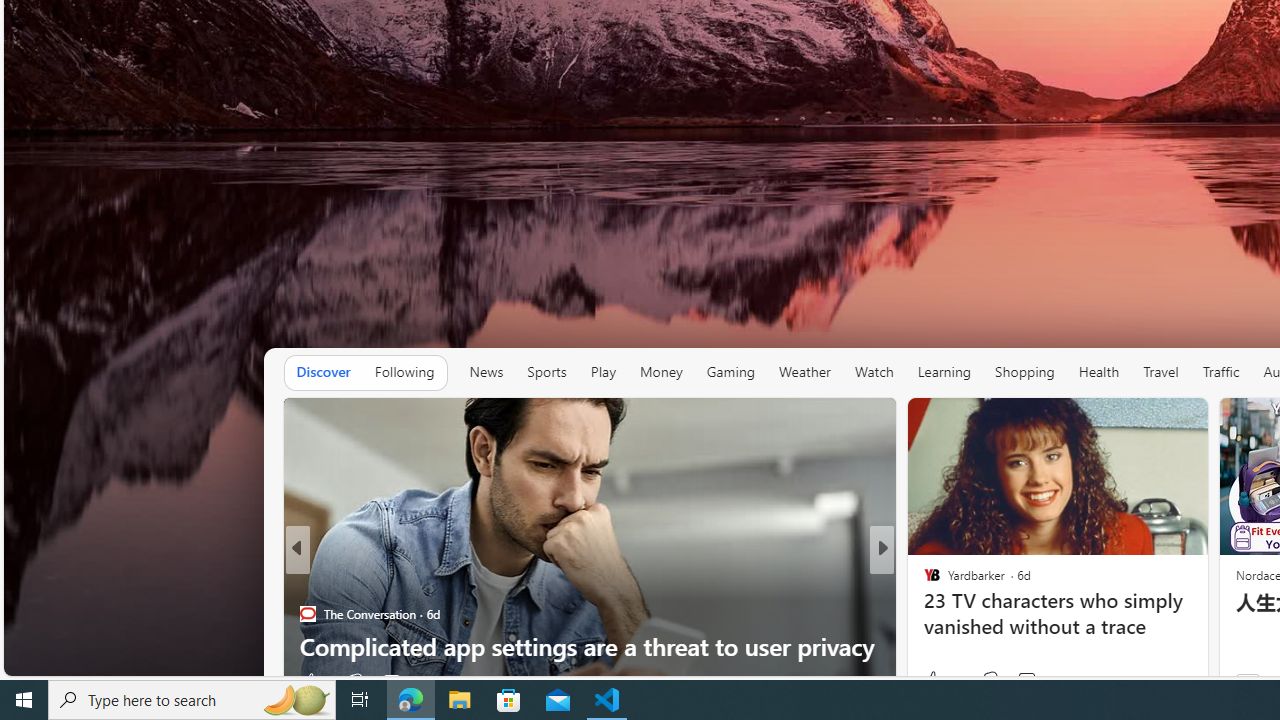  Describe the element at coordinates (1014, 680) in the screenshot. I see `'View comments 25 Comment'` at that location.